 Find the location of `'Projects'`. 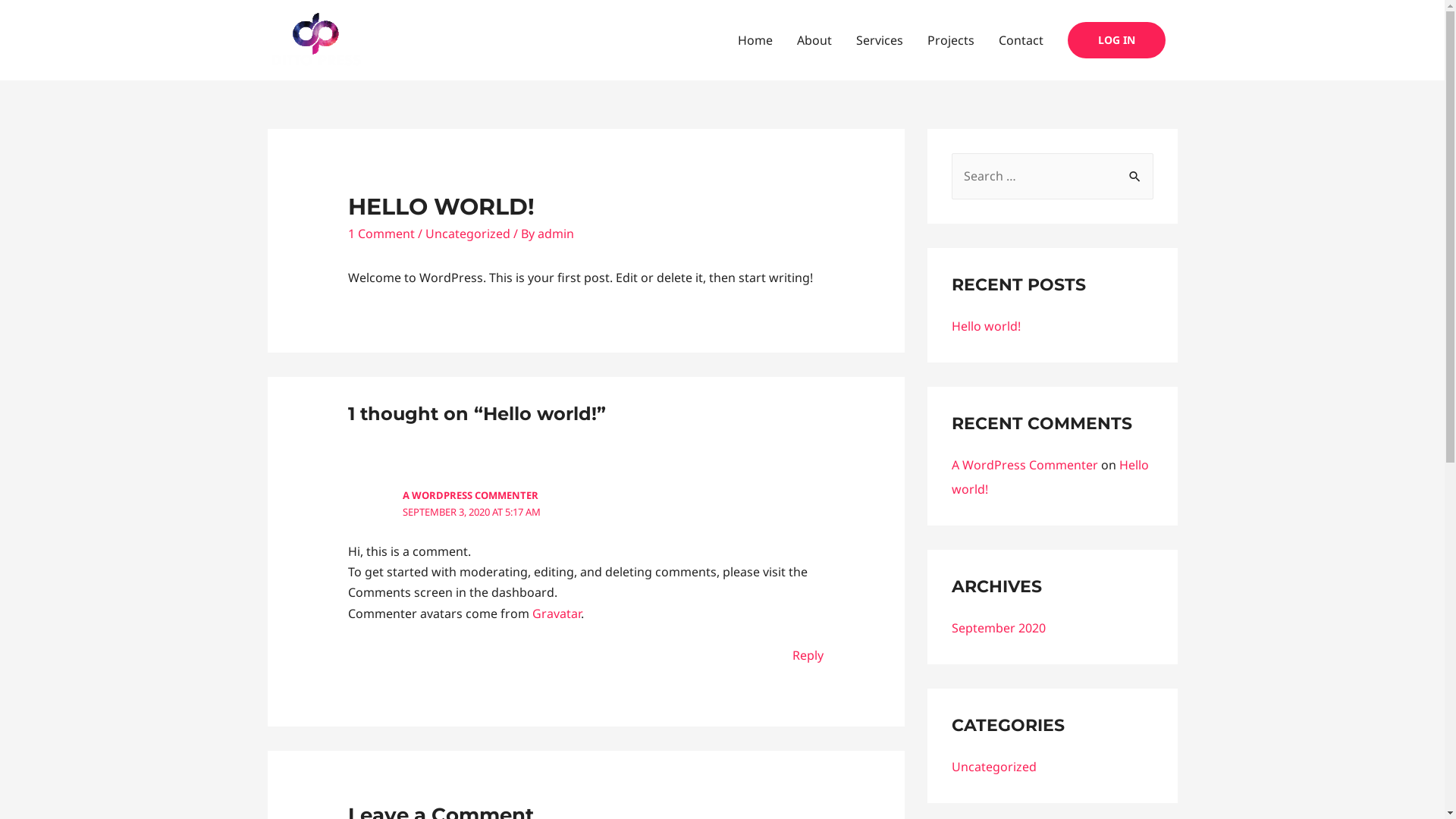

'Projects' is located at coordinates (949, 39).